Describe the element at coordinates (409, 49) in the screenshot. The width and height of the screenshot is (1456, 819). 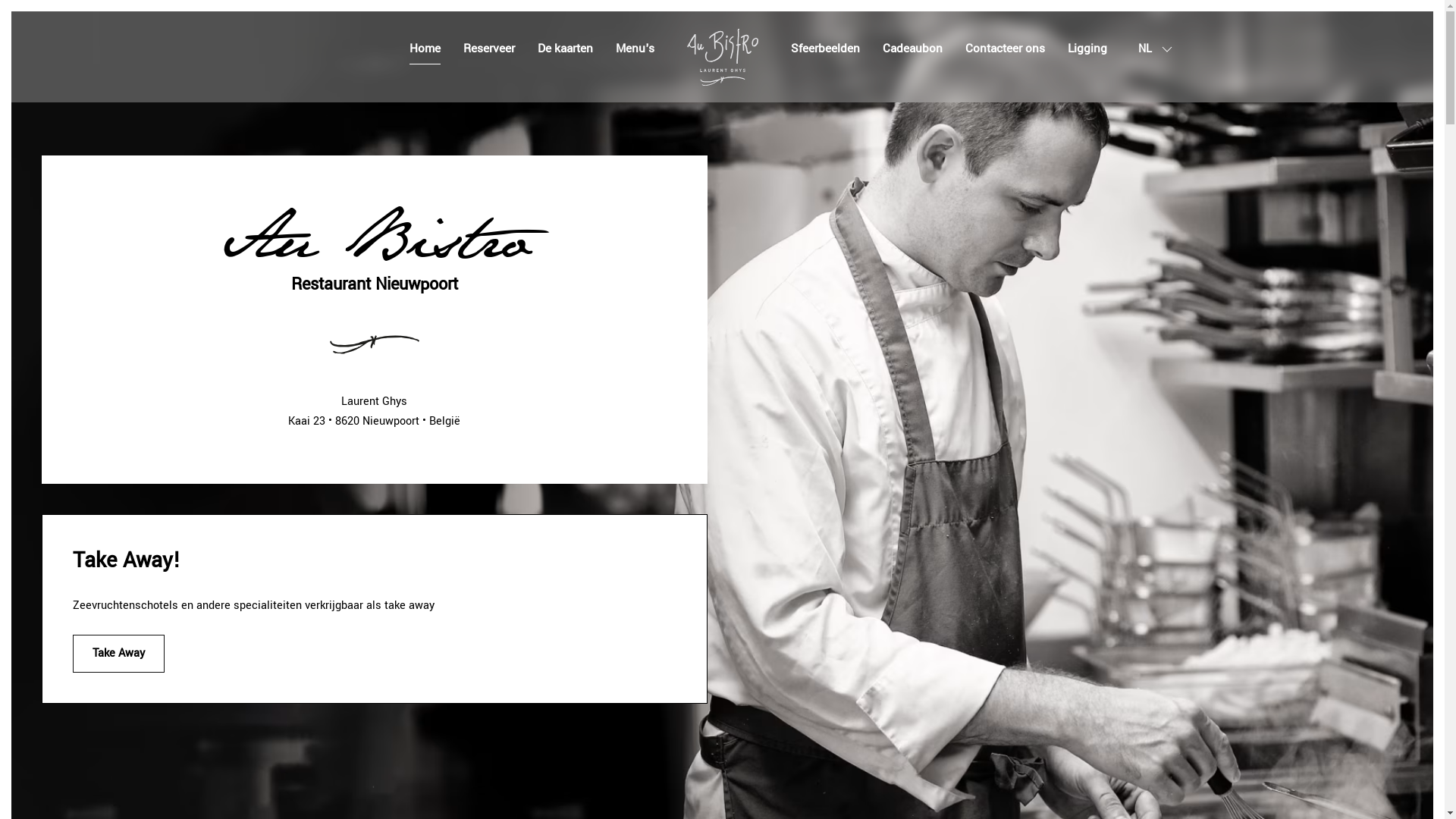
I see `'Home'` at that location.